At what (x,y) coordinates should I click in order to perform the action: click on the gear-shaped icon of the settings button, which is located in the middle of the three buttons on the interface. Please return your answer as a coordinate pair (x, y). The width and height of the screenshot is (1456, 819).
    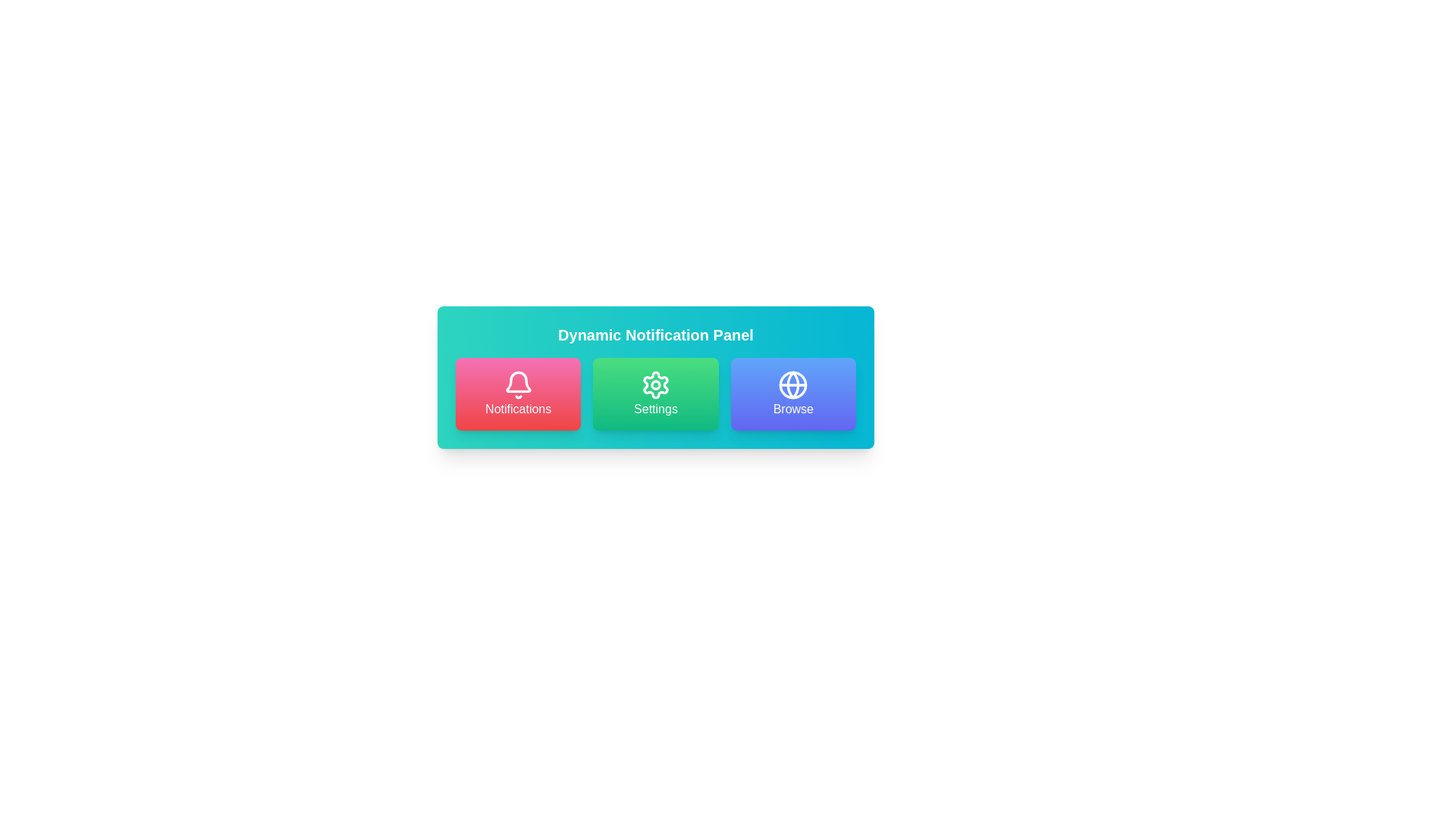
    Looking at the image, I should click on (655, 384).